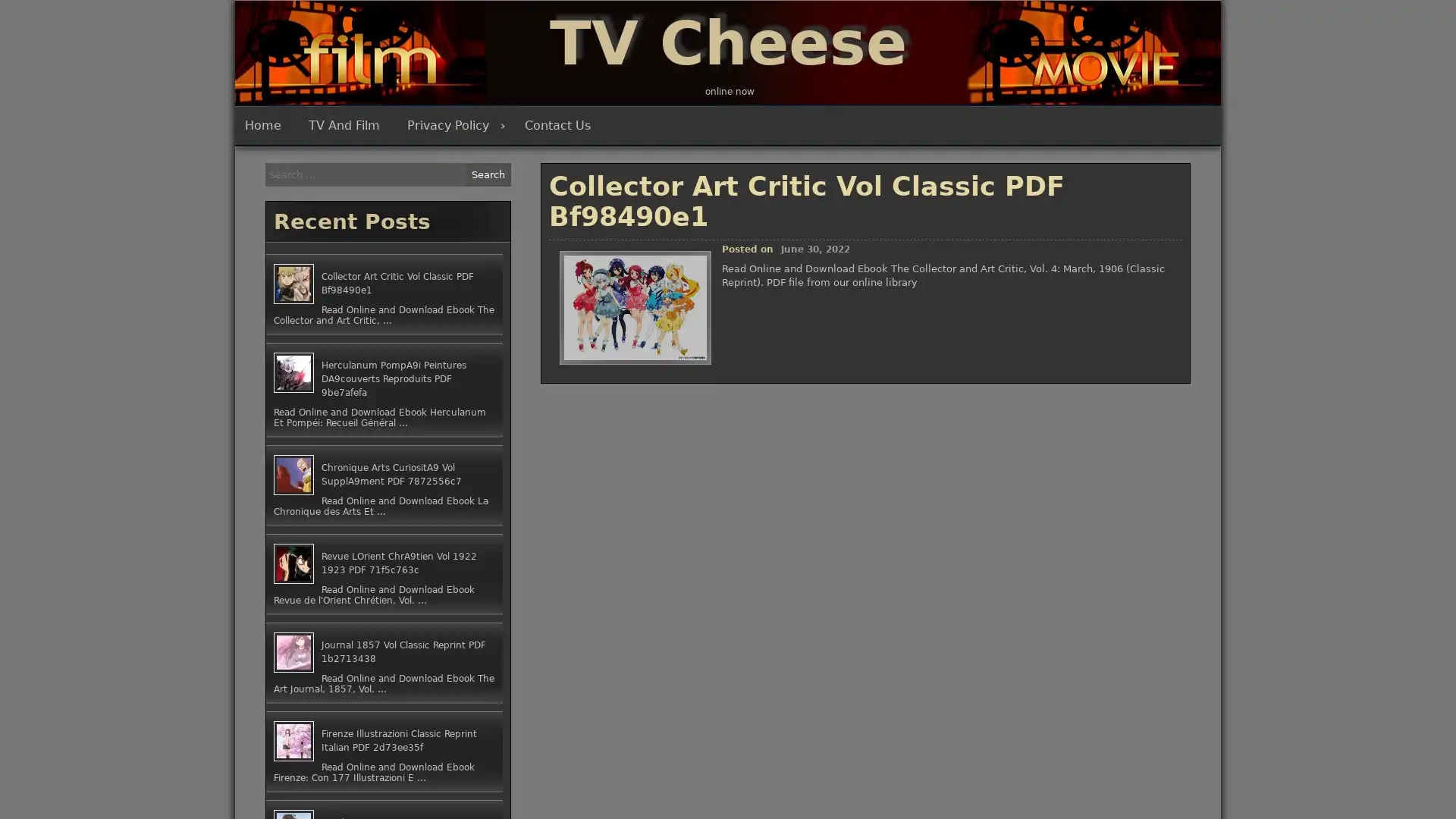 The image size is (1456, 819). What do you see at coordinates (488, 174) in the screenshot?
I see `Search` at bounding box center [488, 174].